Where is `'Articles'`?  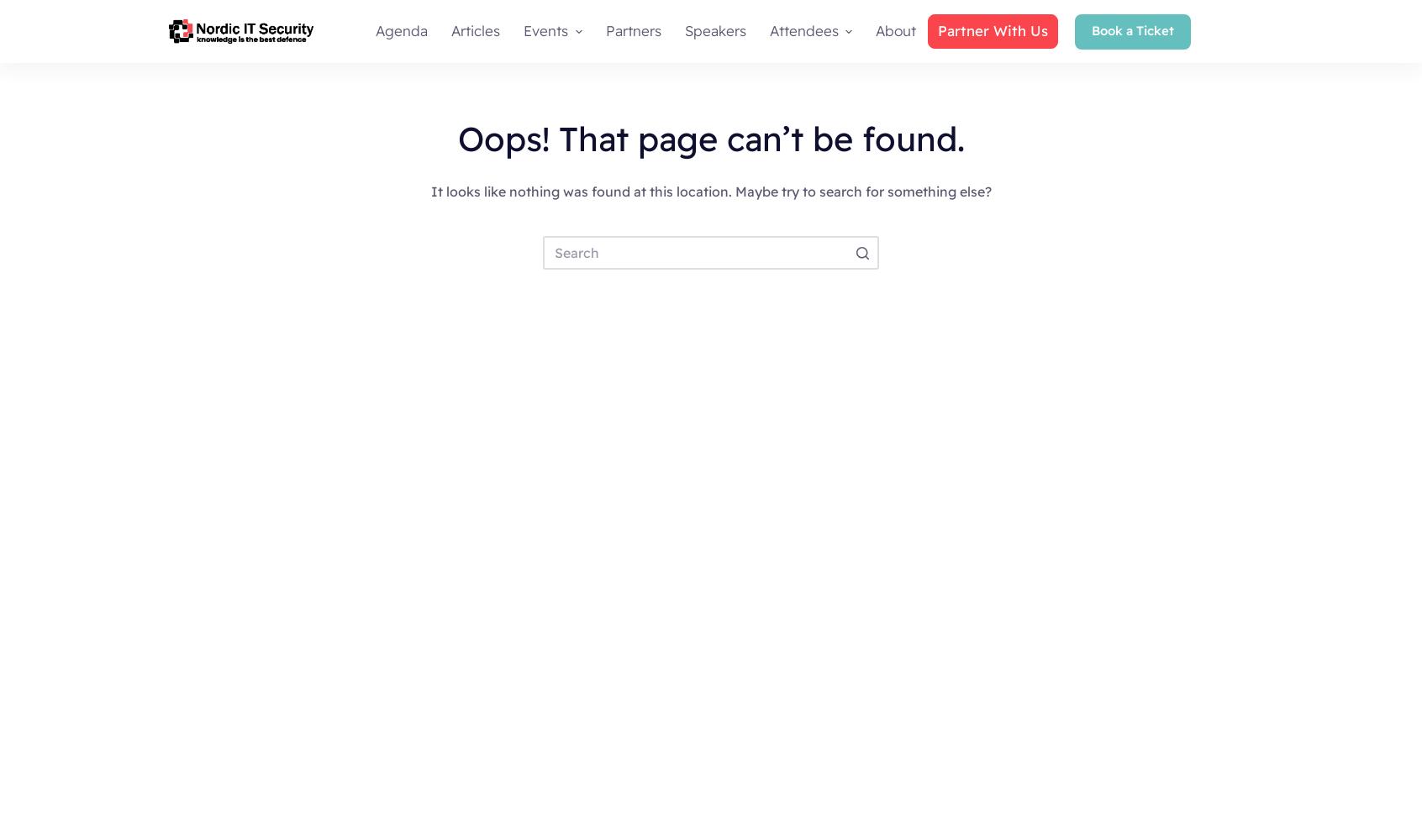 'Articles' is located at coordinates (474, 30).